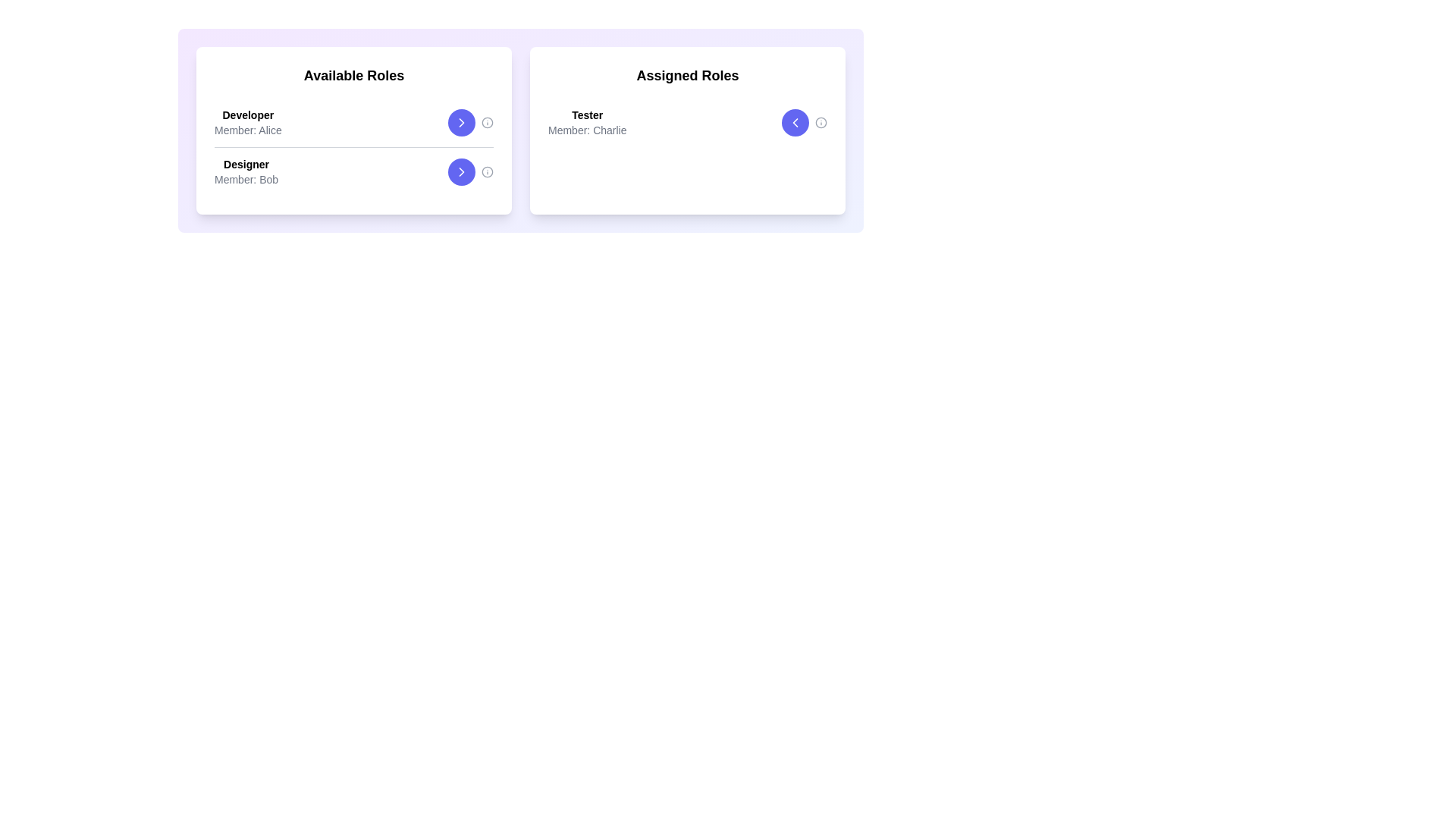 Image resolution: width=1456 pixels, height=819 pixels. I want to click on the info icon to display additional information, so click(488, 122).